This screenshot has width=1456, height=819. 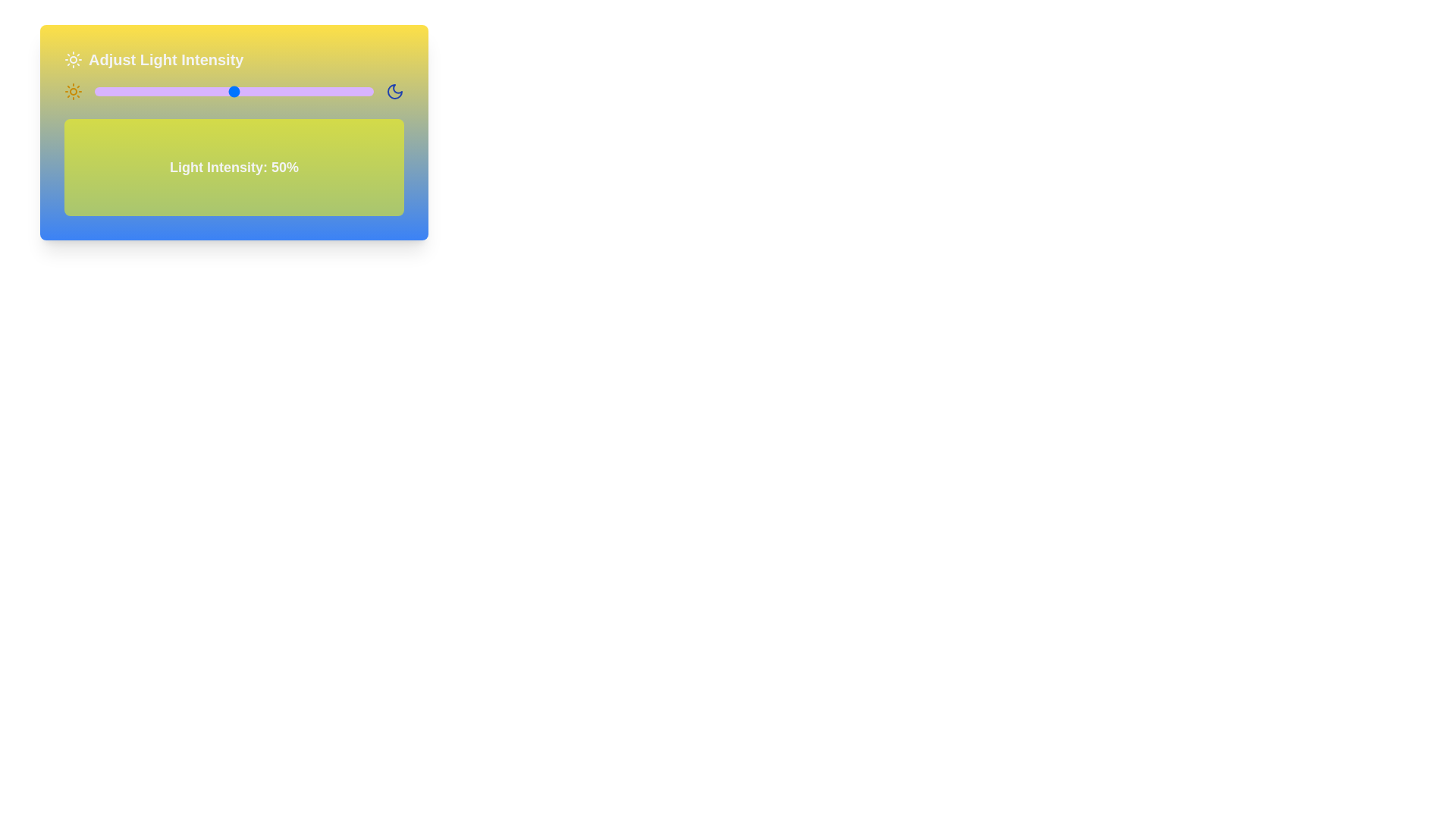 What do you see at coordinates (345, 91) in the screenshot?
I see `the light intensity to 90% by interacting with the slider` at bounding box center [345, 91].